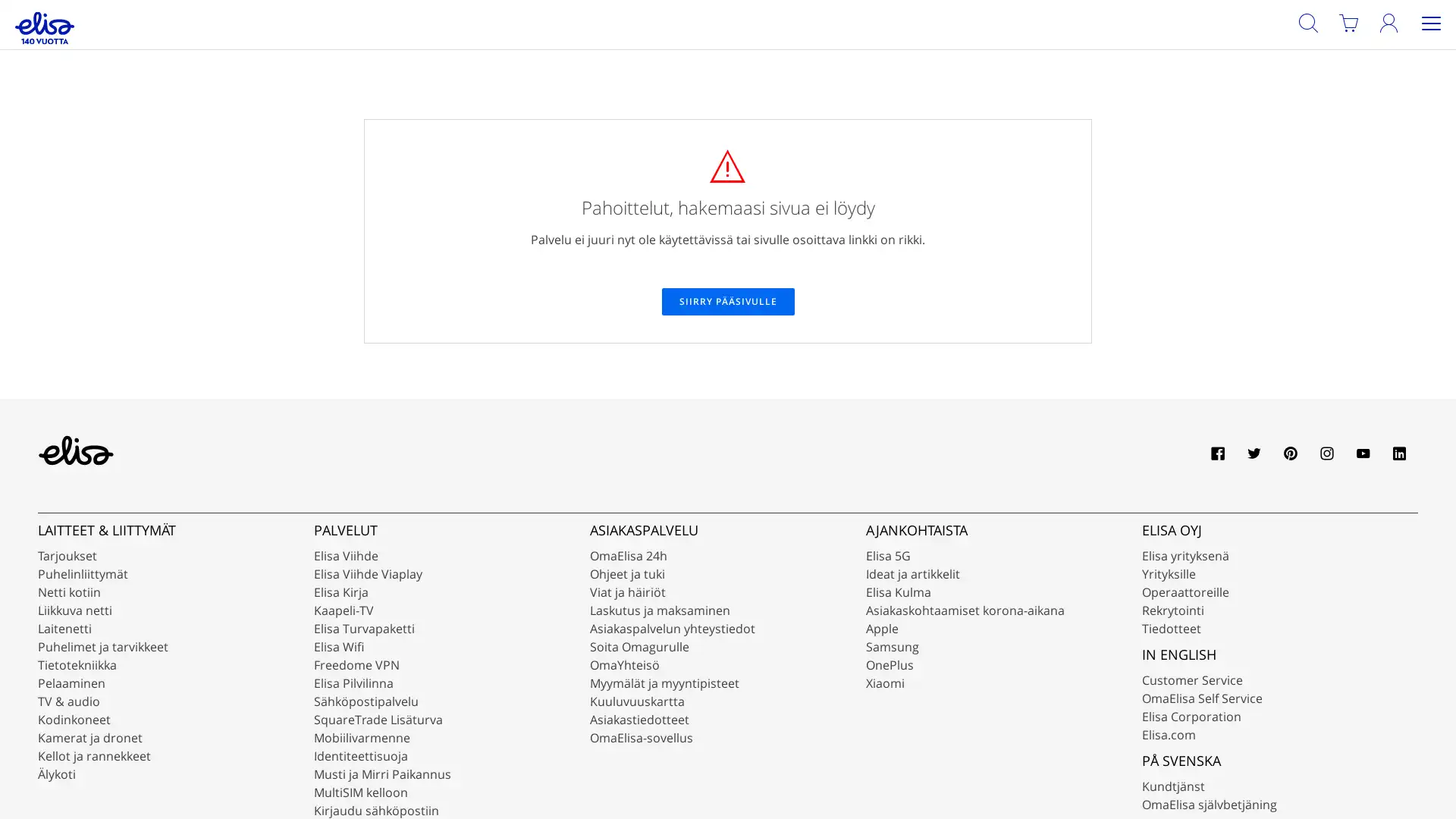  I want to click on HYVAKSY KAIKKI, so click(1376, 765).